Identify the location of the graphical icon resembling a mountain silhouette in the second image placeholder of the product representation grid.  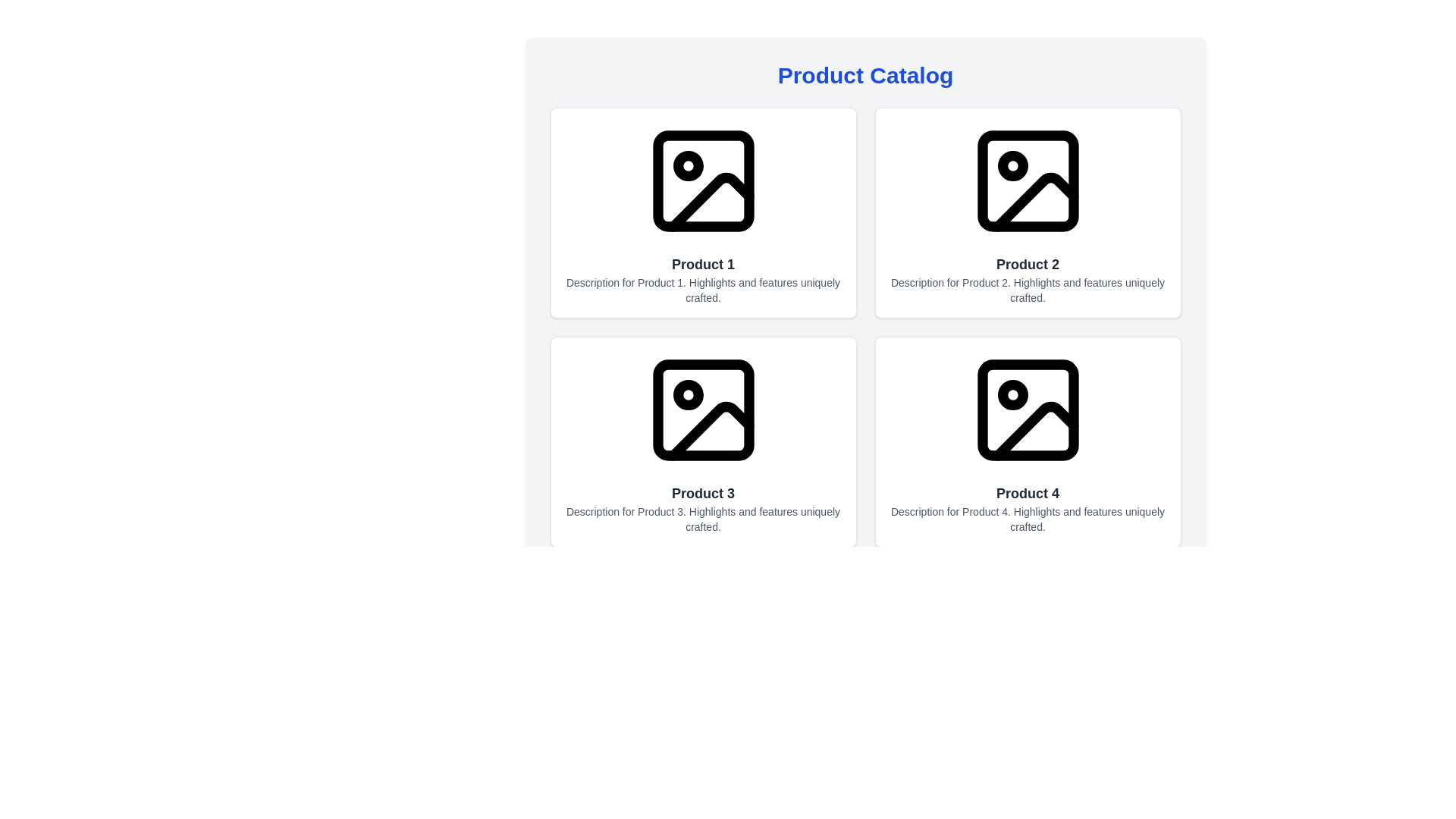
(1034, 201).